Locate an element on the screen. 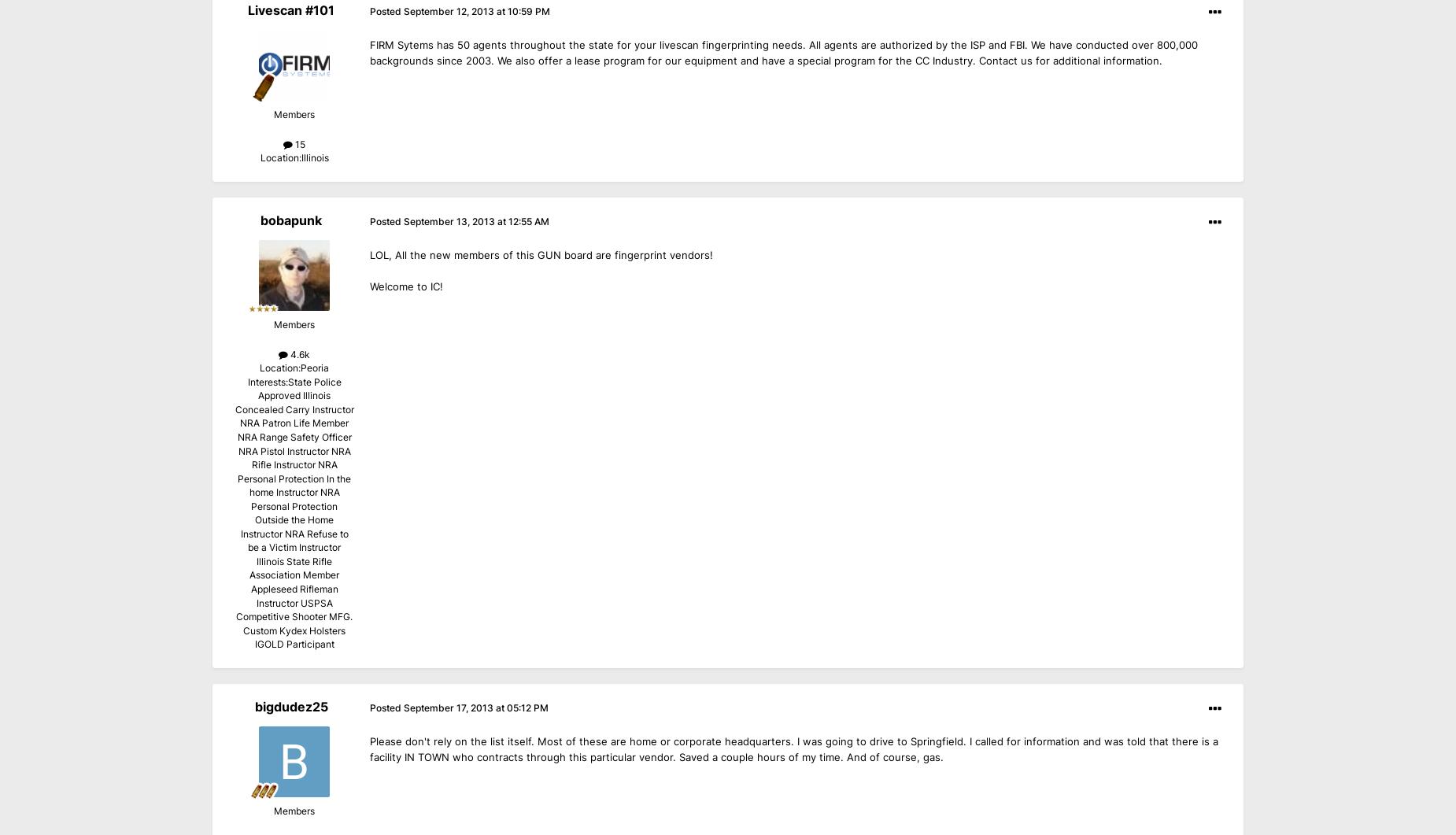  'September 12, 2013 at 10:59  PM' is located at coordinates (477, 11).